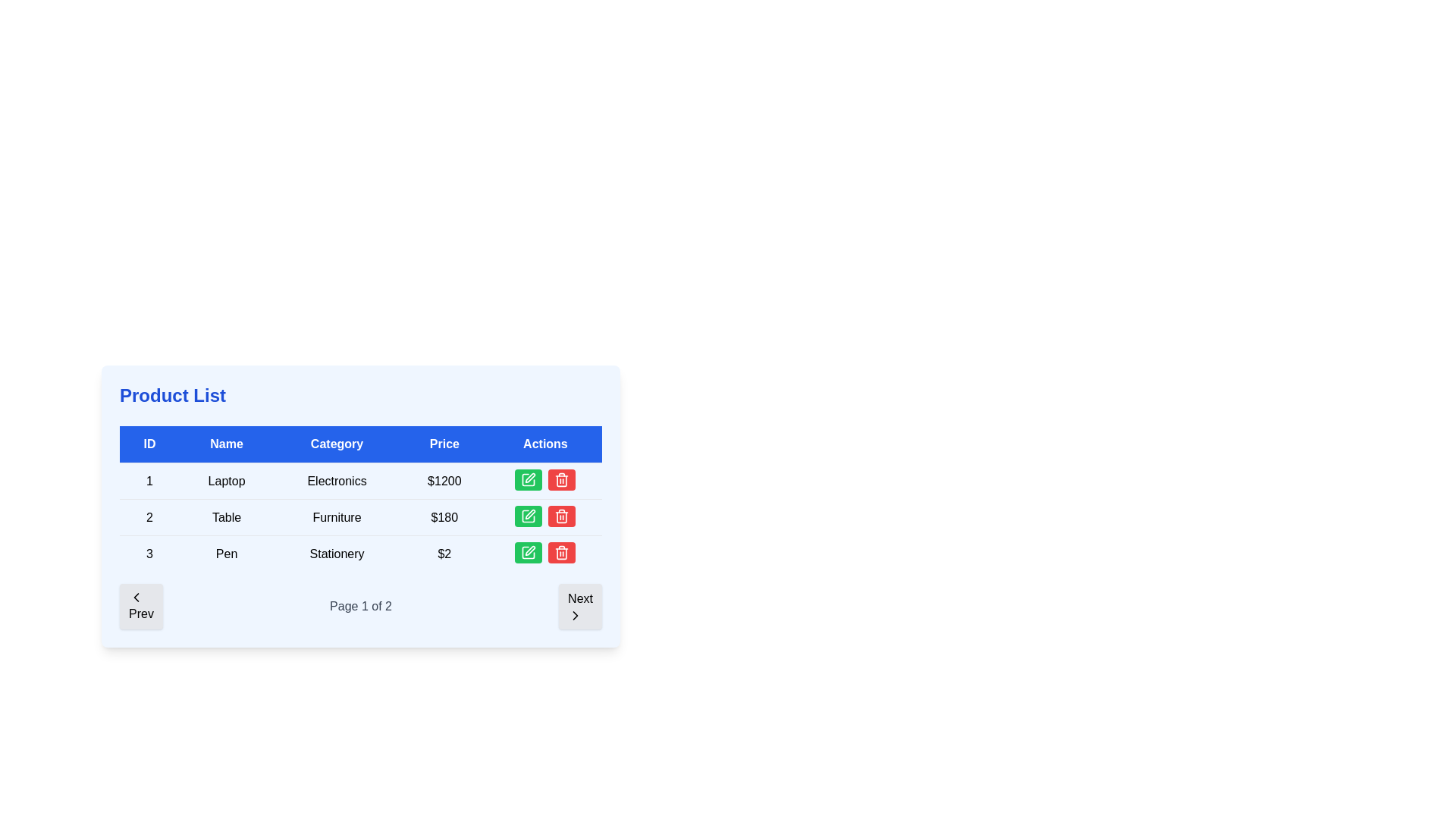 The image size is (1456, 819). Describe the element at coordinates (561, 516) in the screenshot. I see `the red trash bin icon button in the Actions column of the third row` at that location.